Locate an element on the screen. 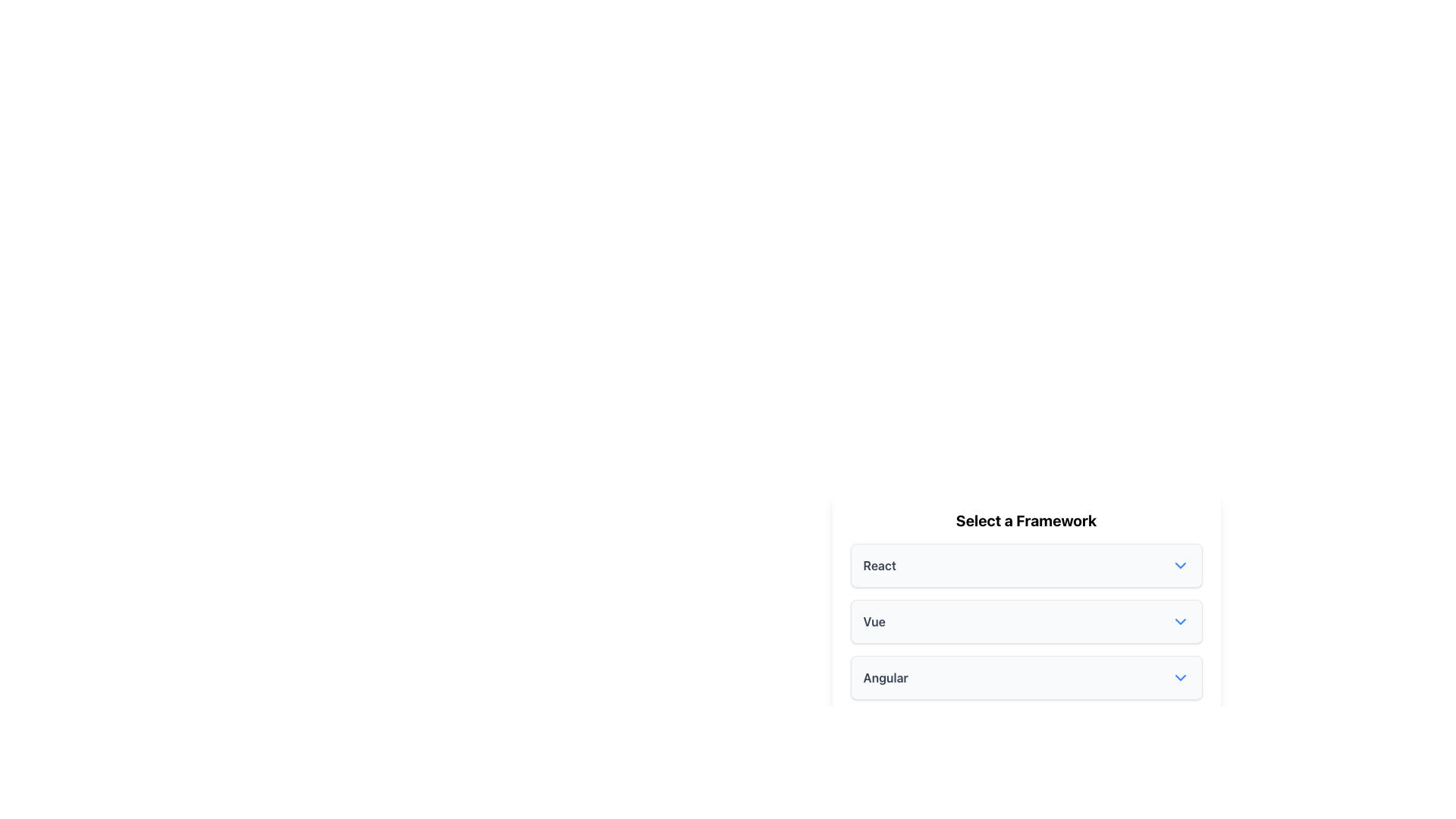 Image resolution: width=1456 pixels, height=819 pixels. the second option button in the list is located at coordinates (1026, 622).